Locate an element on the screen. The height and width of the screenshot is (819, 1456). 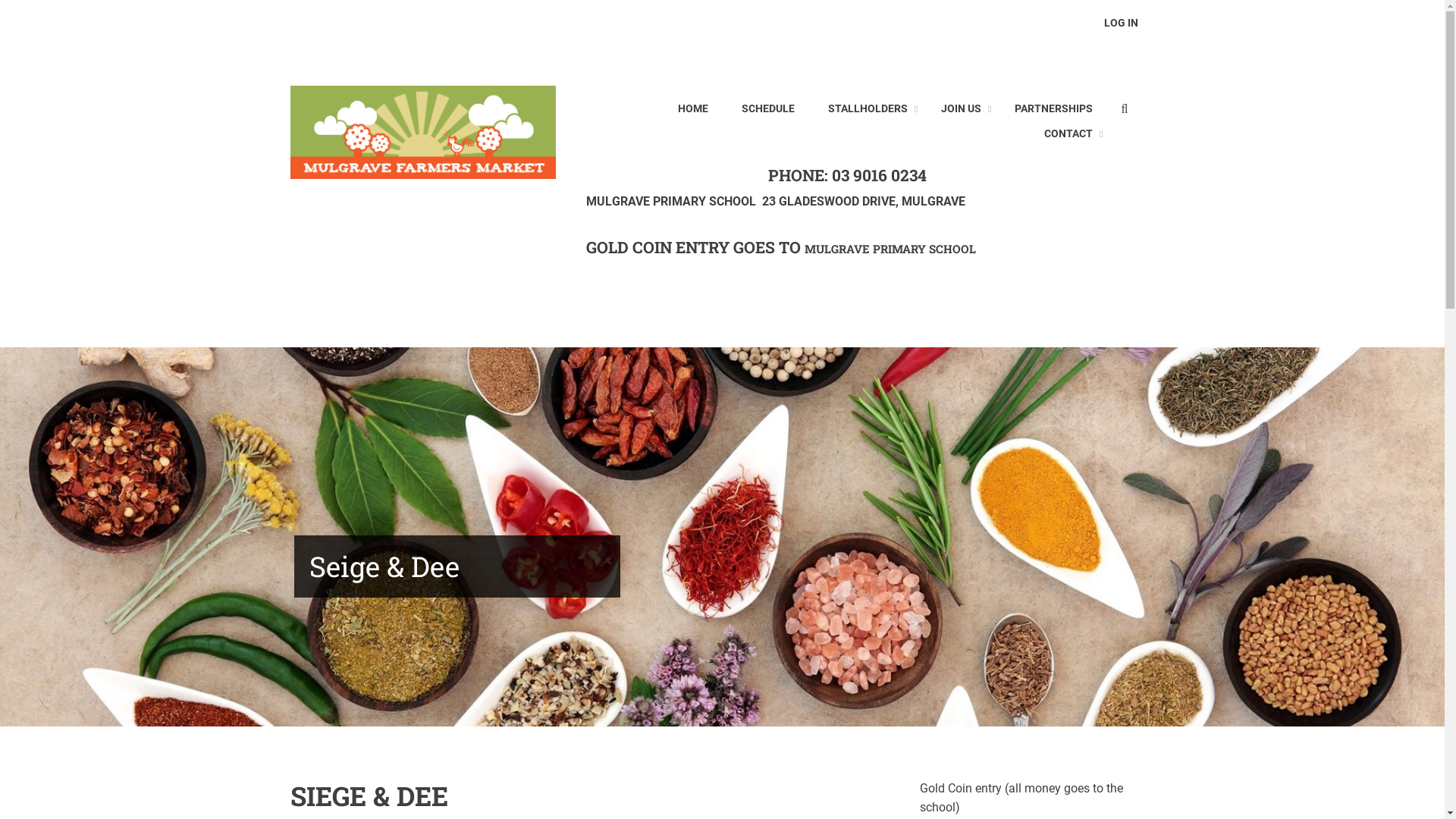
'LOG IN' is located at coordinates (1090, 24).